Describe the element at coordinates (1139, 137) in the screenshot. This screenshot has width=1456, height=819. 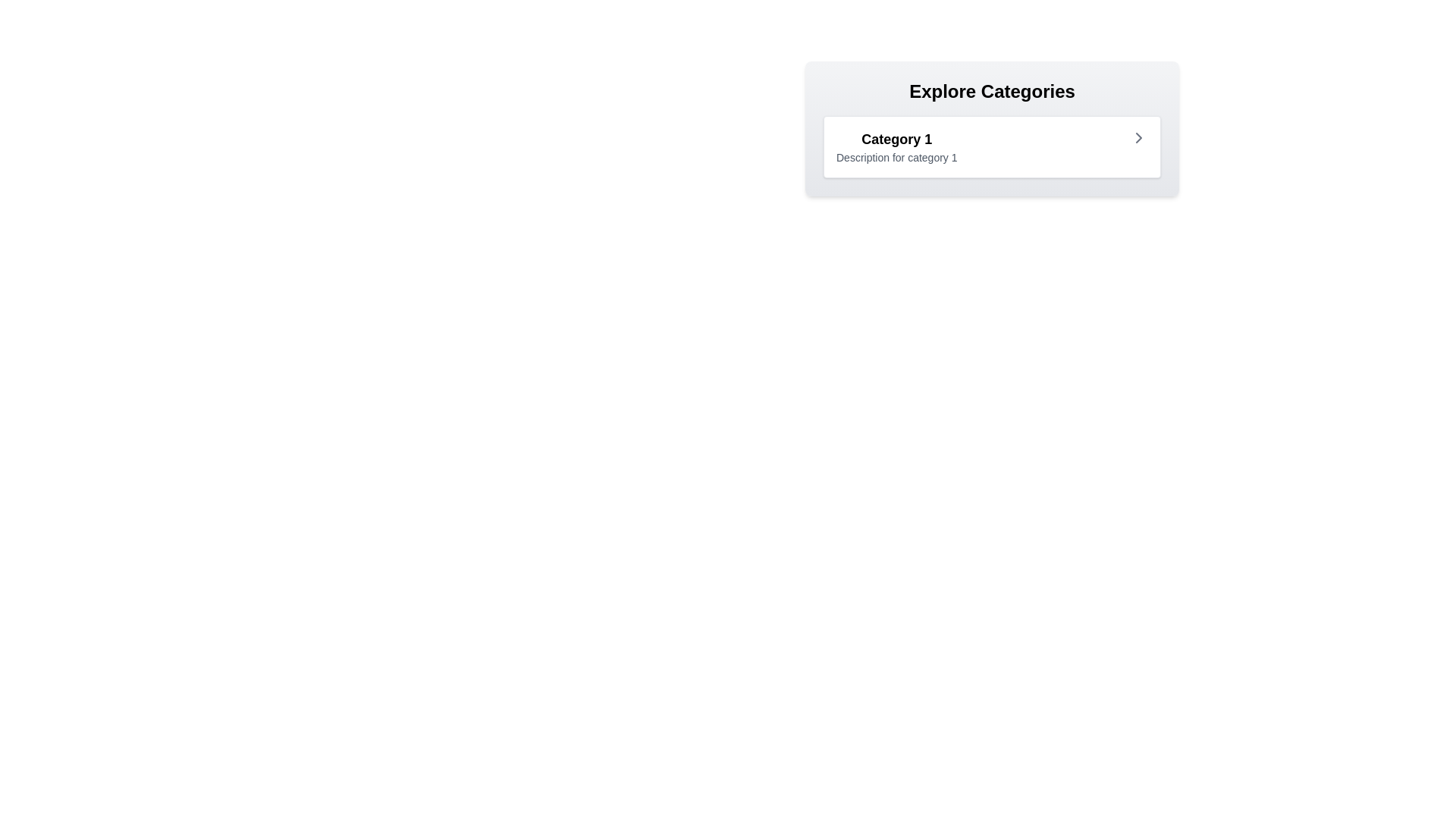
I see `the rightward-pointing chevron icon, which is located within the 'Explore Categories' card next to 'Category 1'` at that location.